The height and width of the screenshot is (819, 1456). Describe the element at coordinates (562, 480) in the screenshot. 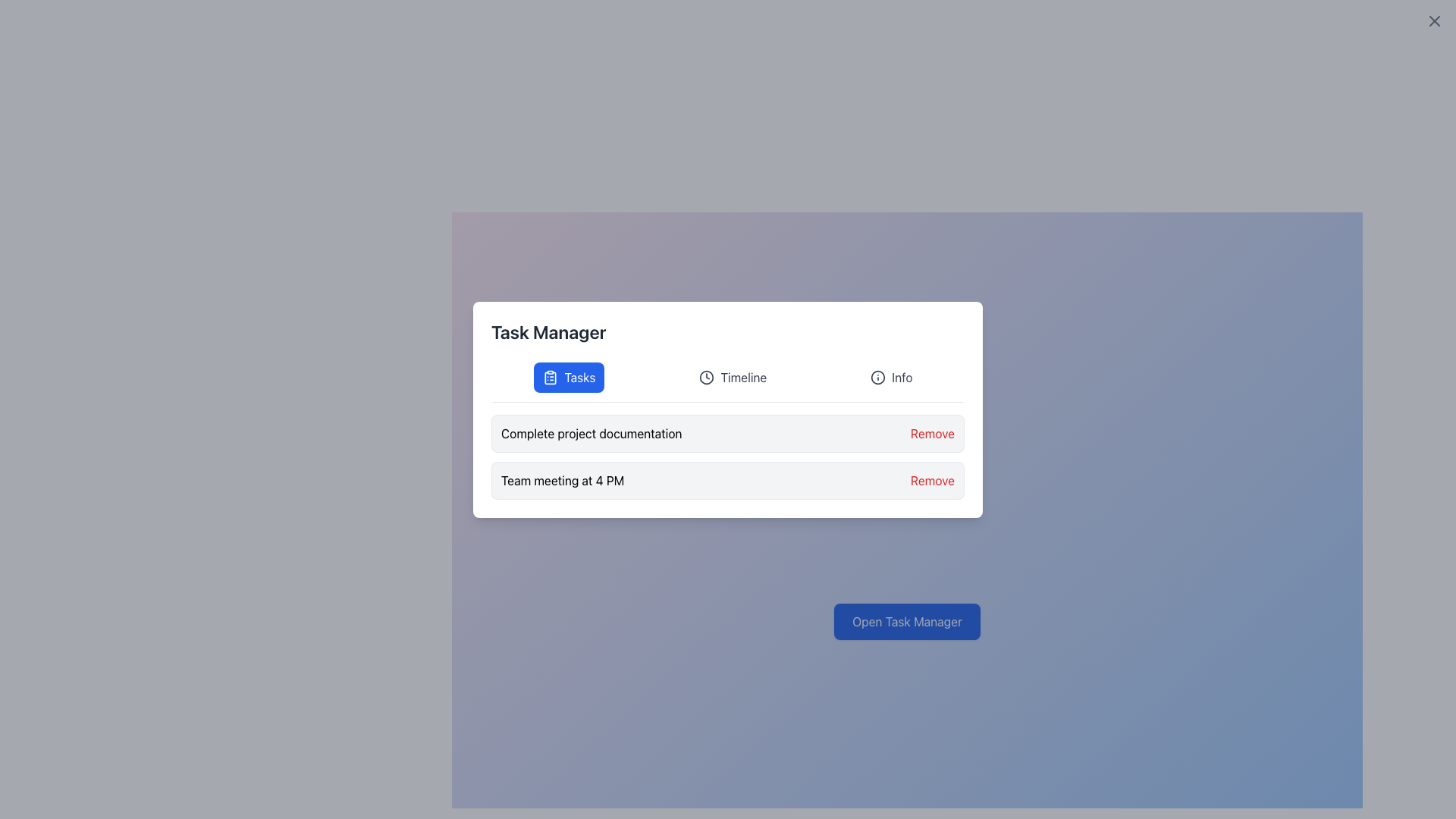

I see `text label that displays 'Team meeting at 4 PM', which is located in the second row of the task list under the 'Task Manager' section` at that location.